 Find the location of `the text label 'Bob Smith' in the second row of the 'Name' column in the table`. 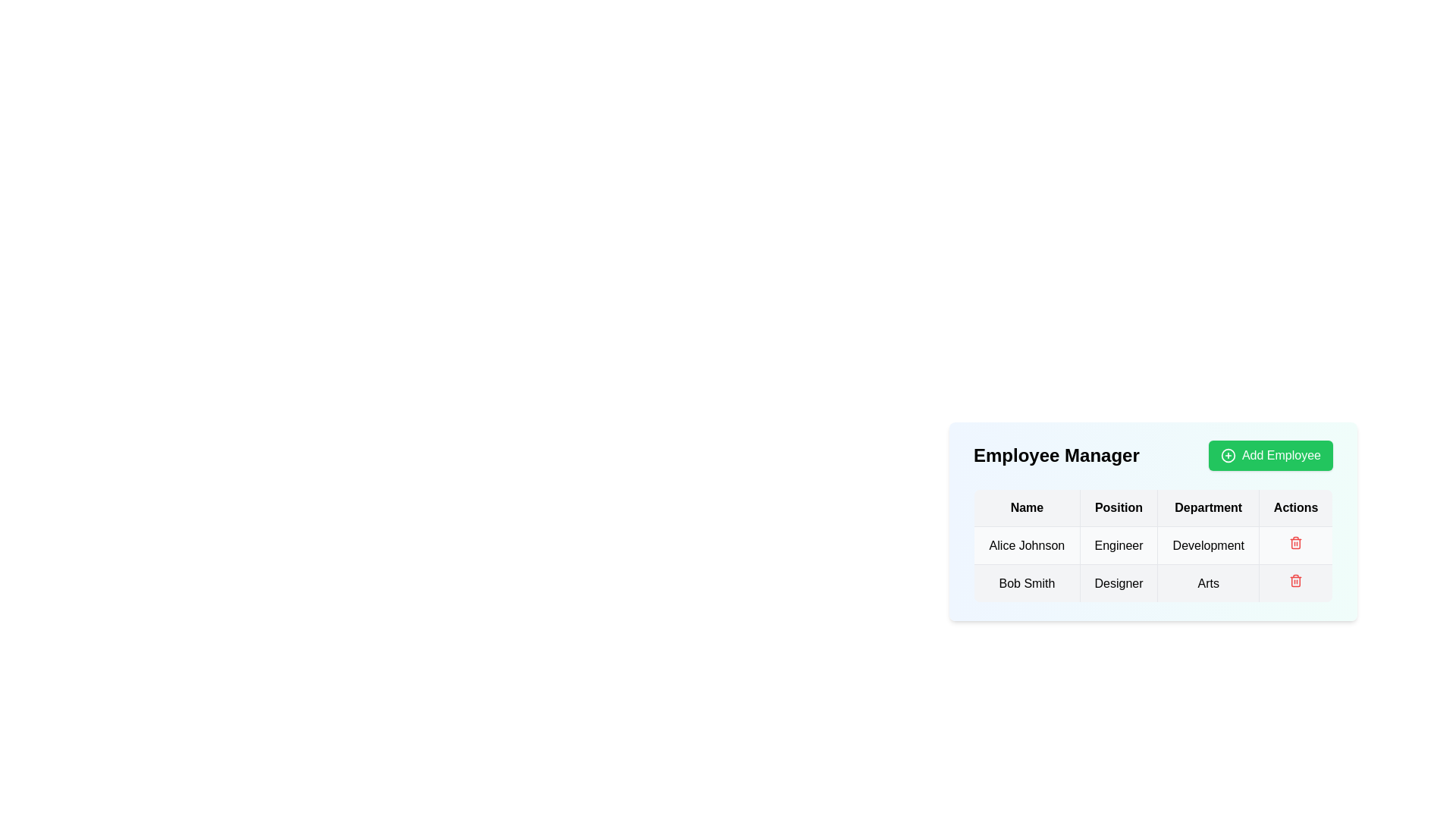

the text label 'Bob Smith' in the second row of the 'Name' column in the table is located at coordinates (1027, 582).